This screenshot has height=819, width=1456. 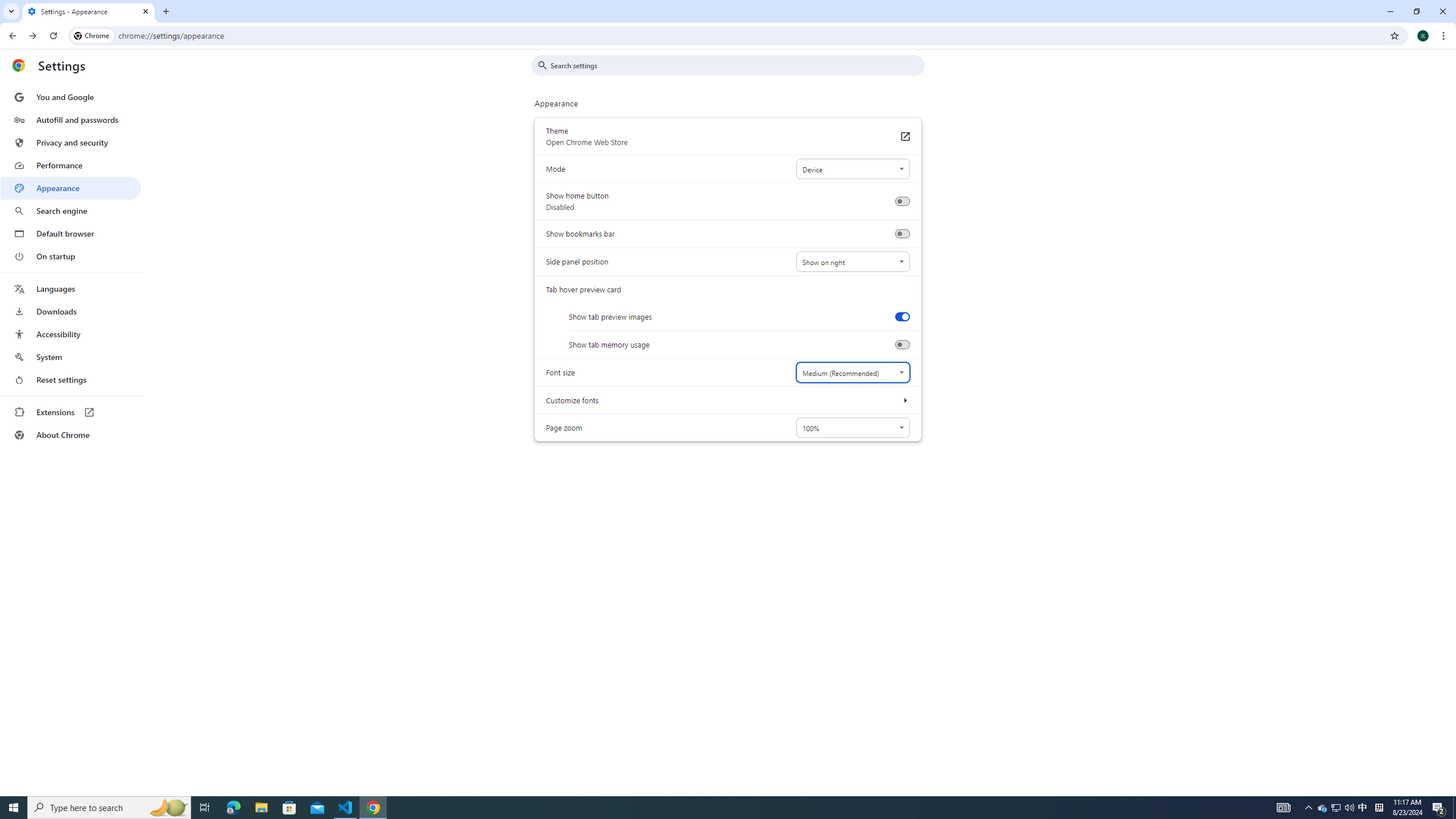 What do you see at coordinates (70, 412) in the screenshot?
I see `'Extensions'` at bounding box center [70, 412].